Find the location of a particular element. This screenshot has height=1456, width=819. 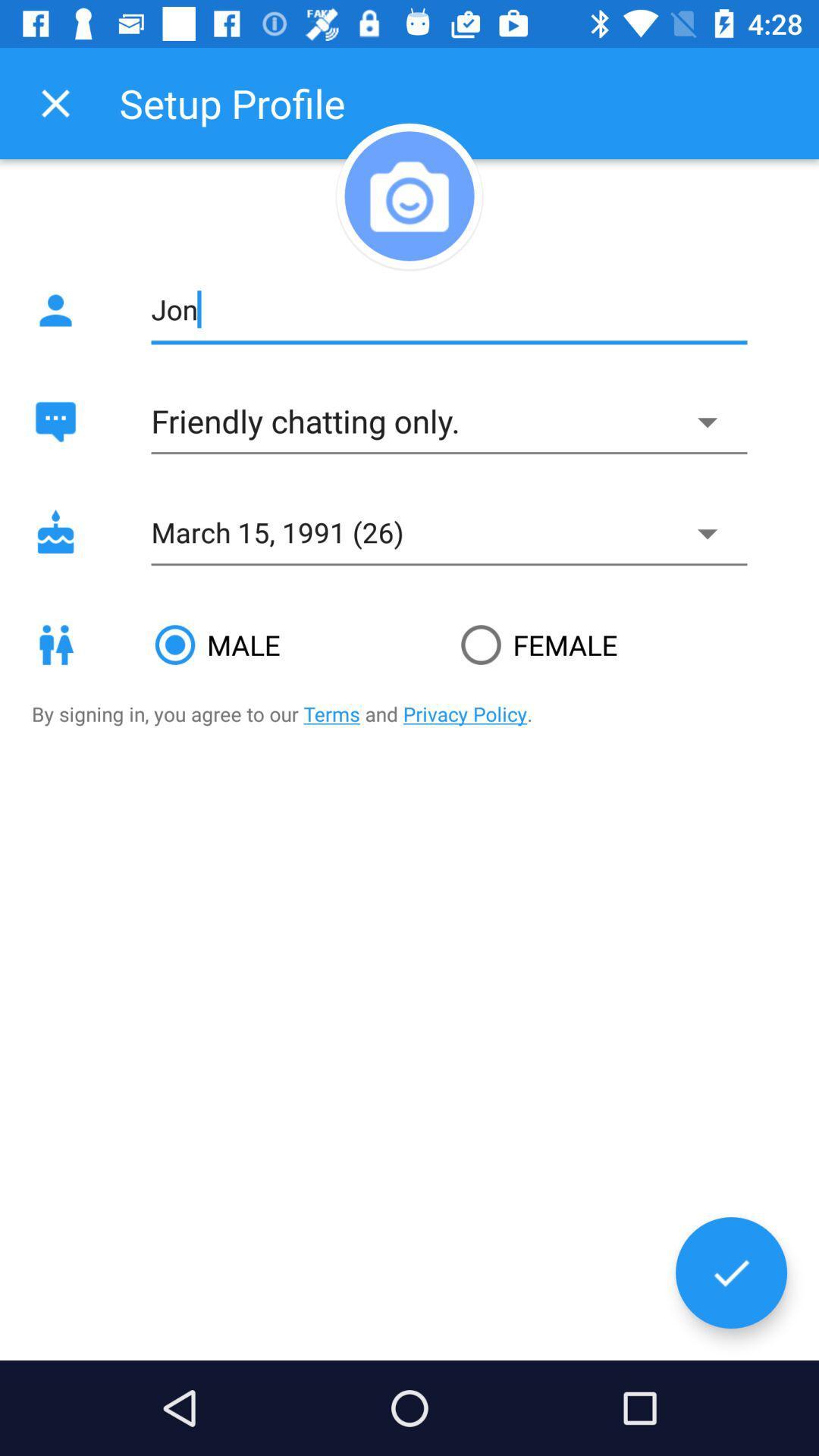

validation button is located at coordinates (730, 1272).